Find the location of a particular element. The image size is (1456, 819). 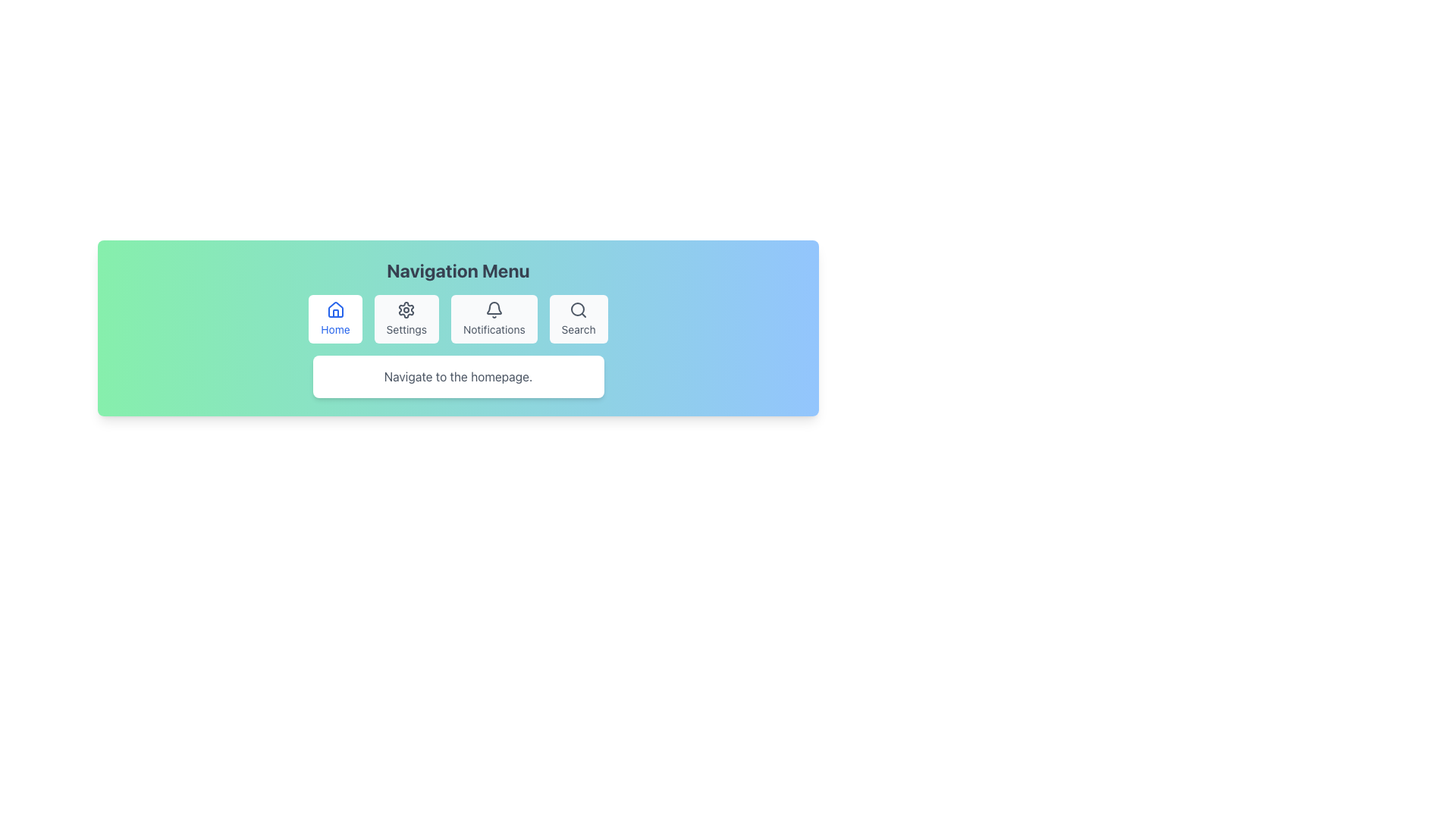

the 'Notifications' text label located in the navigation menu, which is the third option from the left and situated beneath the bell icon is located at coordinates (494, 329).